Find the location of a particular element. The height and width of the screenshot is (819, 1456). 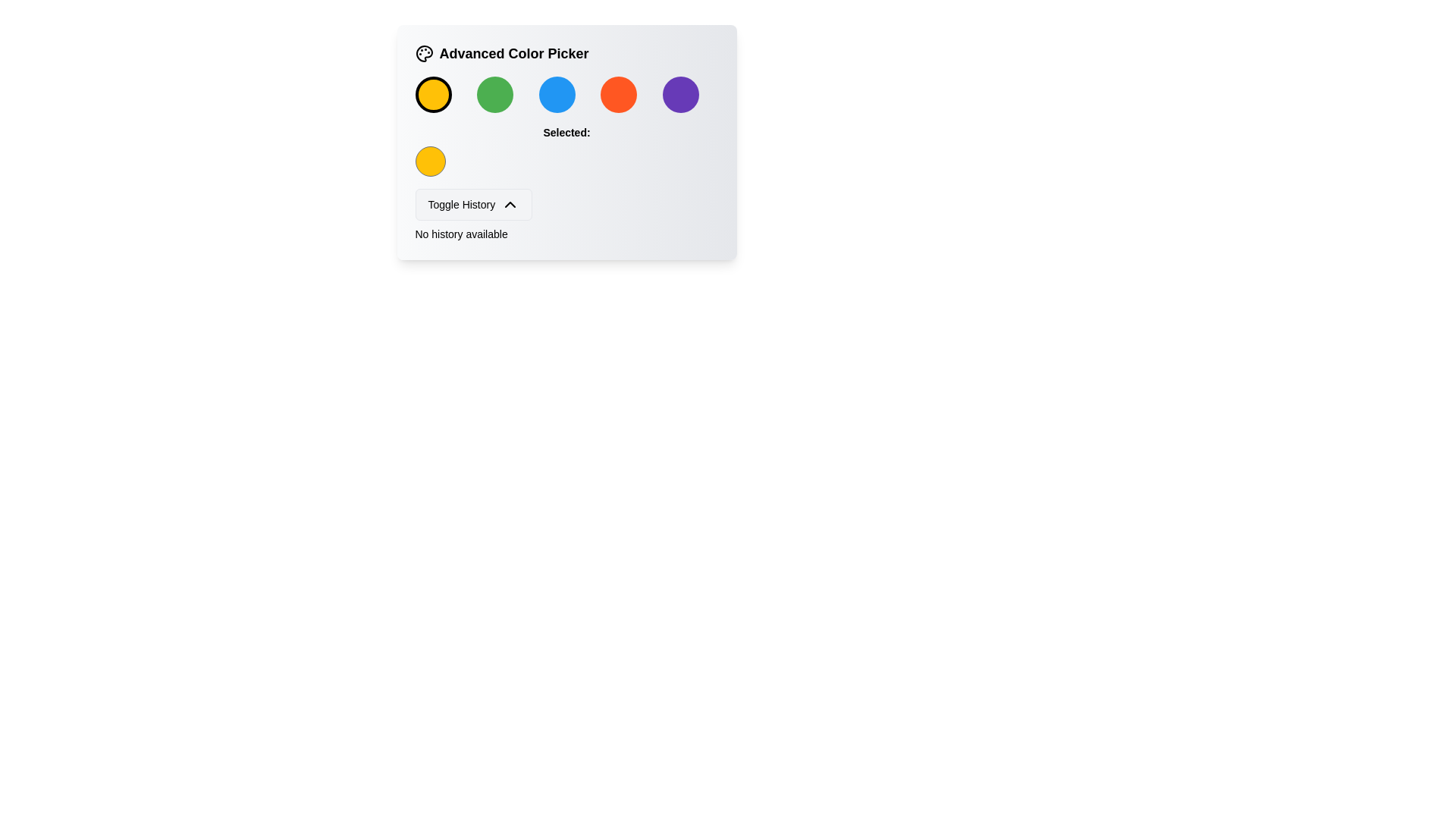

the button that toggles the display of historical information, located below the color picker section and above the text 'No history available' is located at coordinates (472, 205).